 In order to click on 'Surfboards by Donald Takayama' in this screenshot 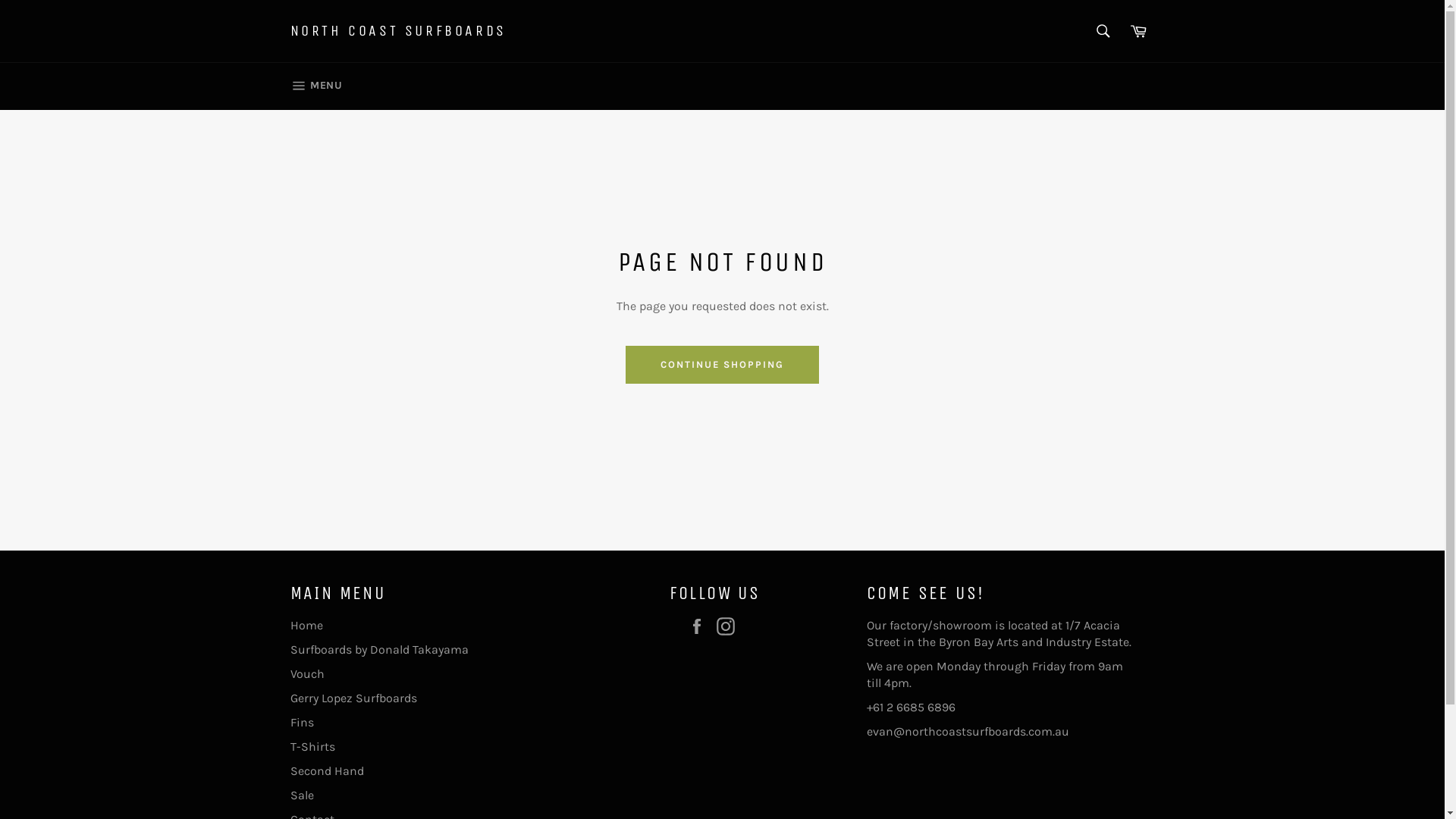, I will do `click(378, 648)`.